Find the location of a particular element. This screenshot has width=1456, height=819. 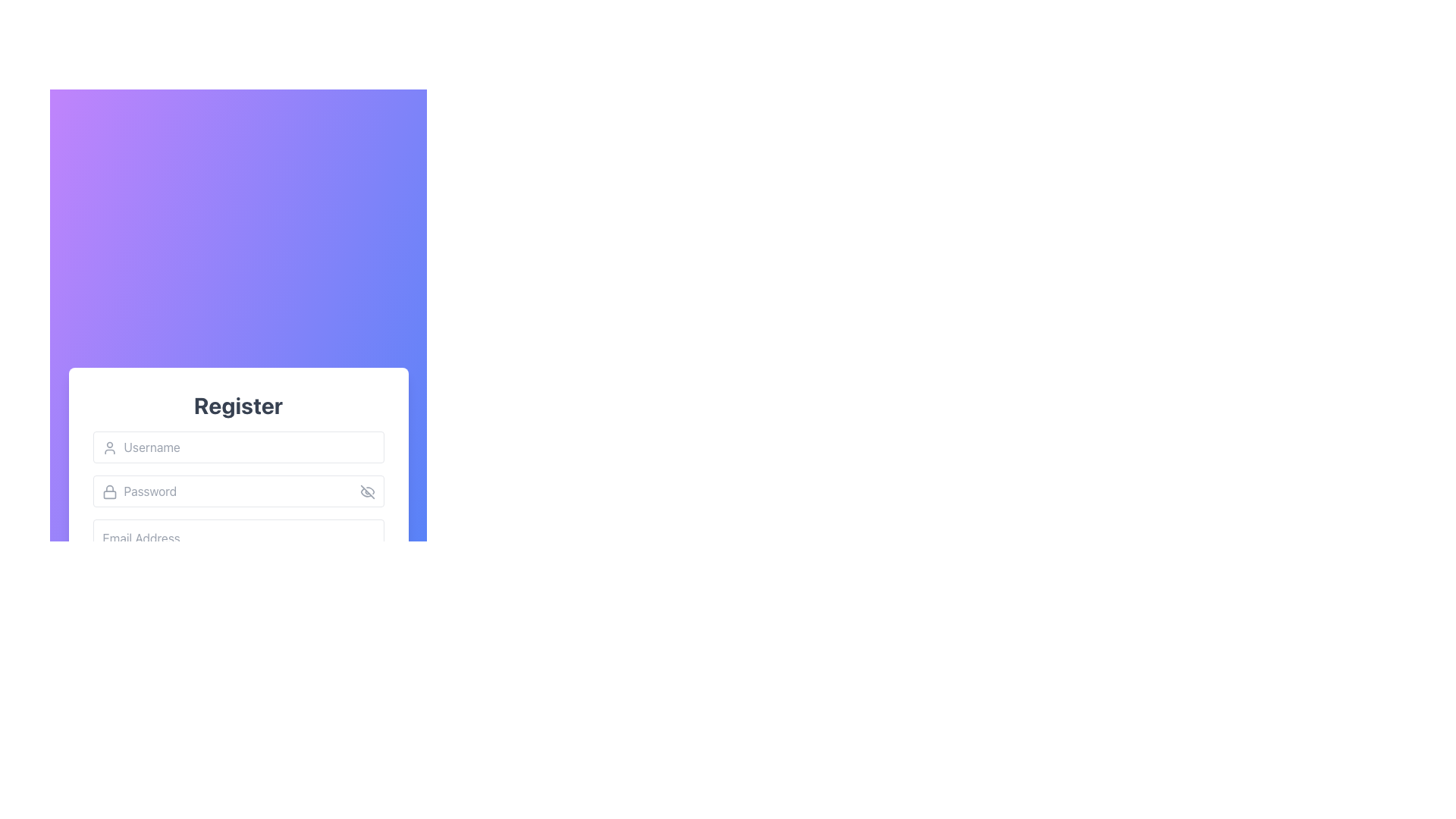

the visibility toggle icon located at the bottom-right corner of the password input field is located at coordinates (367, 491).